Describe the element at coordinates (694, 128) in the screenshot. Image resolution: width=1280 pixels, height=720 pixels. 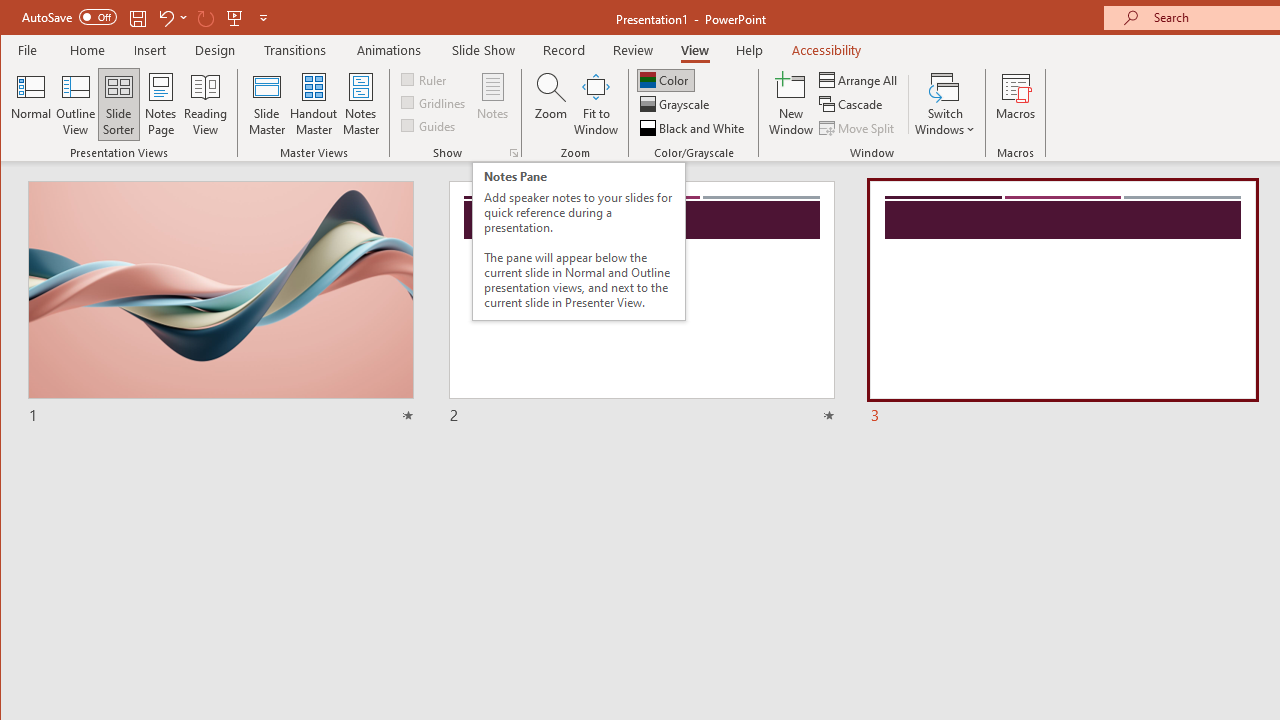
I see `'Black and White'` at that location.